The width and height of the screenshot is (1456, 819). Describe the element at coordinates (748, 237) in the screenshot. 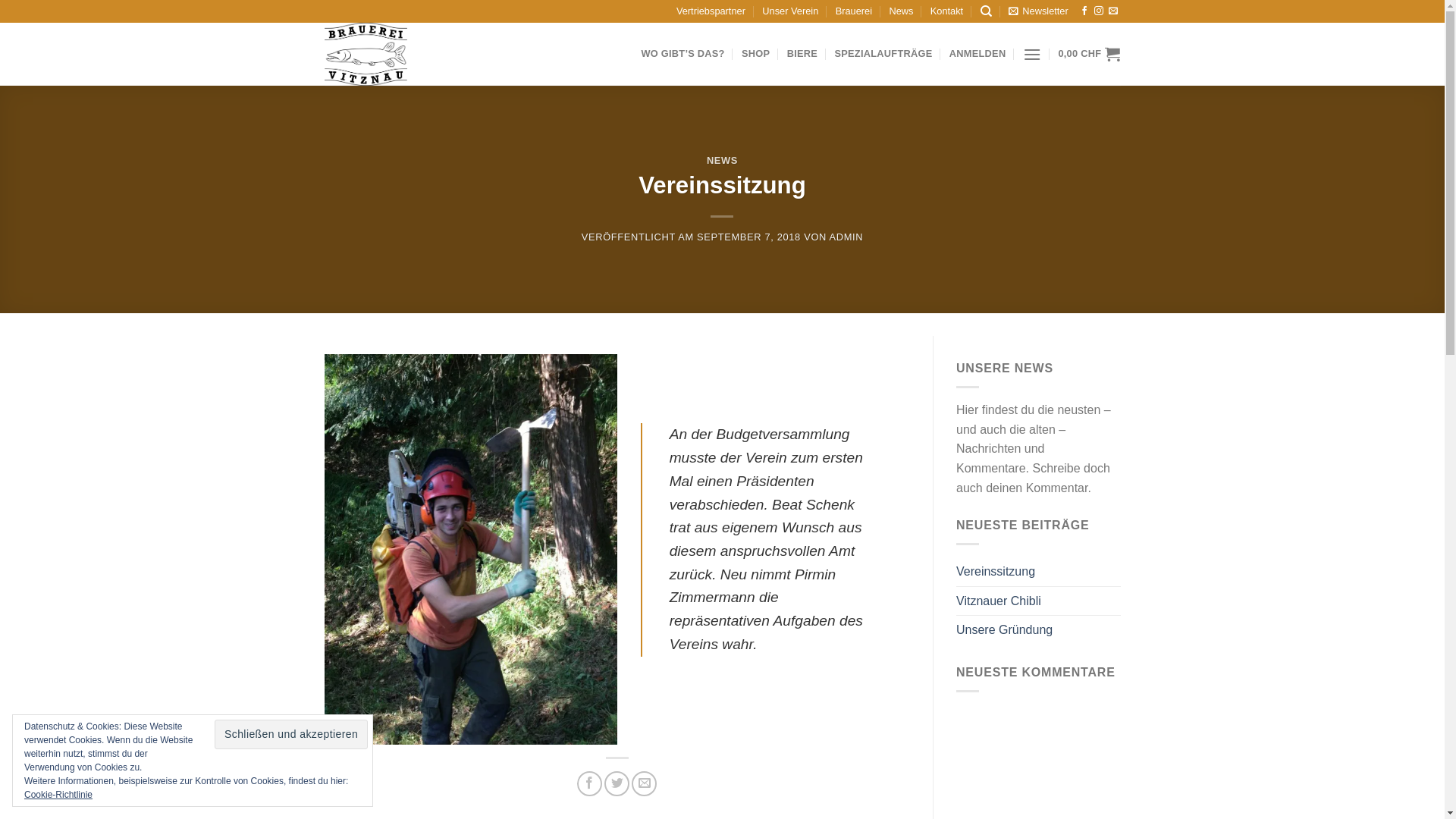

I see `'SEPTEMBER 7, 2018'` at that location.